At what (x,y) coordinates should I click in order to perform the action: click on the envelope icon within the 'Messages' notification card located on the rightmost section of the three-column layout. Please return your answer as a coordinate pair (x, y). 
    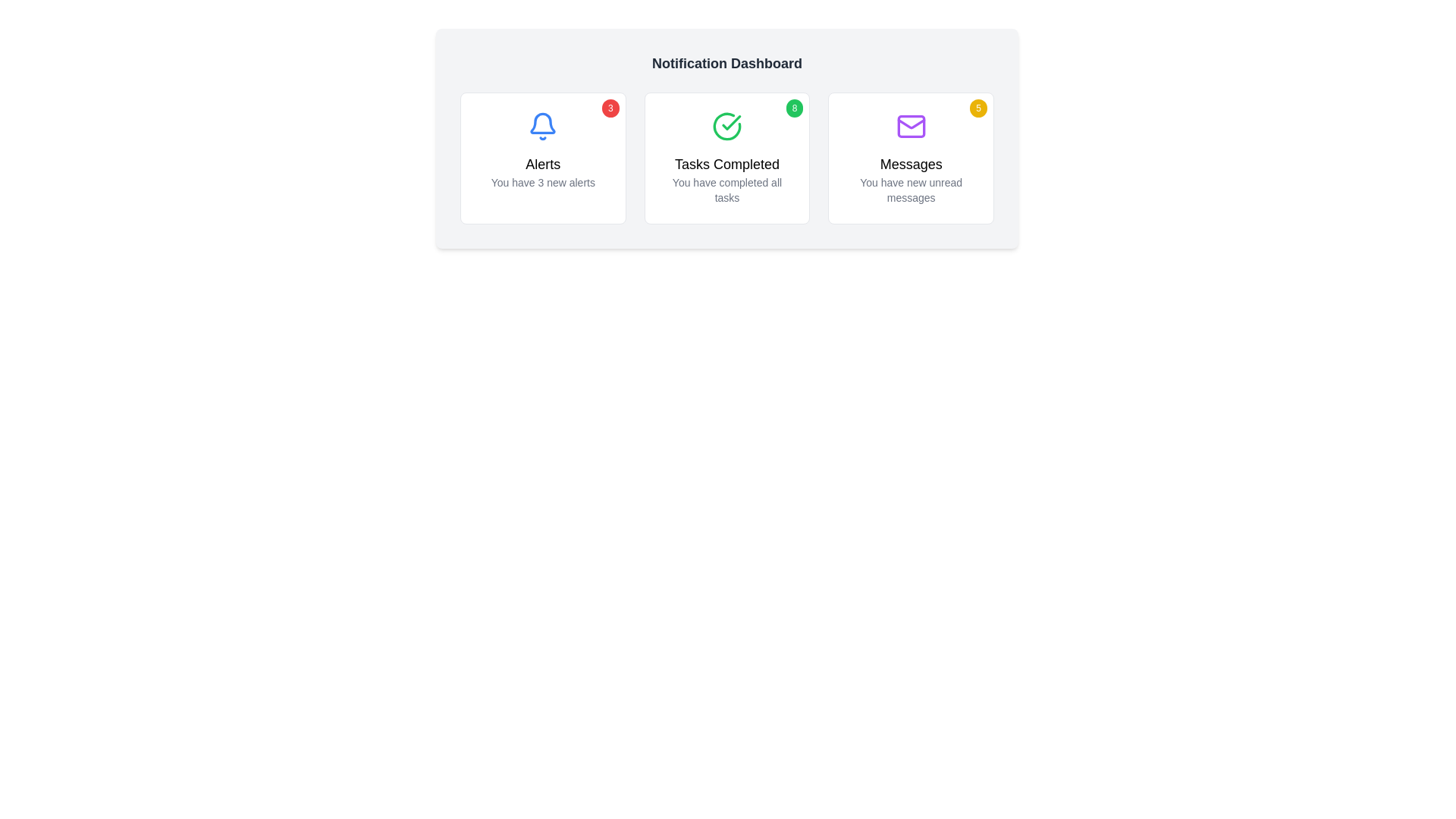
    Looking at the image, I should click on (910, 125).